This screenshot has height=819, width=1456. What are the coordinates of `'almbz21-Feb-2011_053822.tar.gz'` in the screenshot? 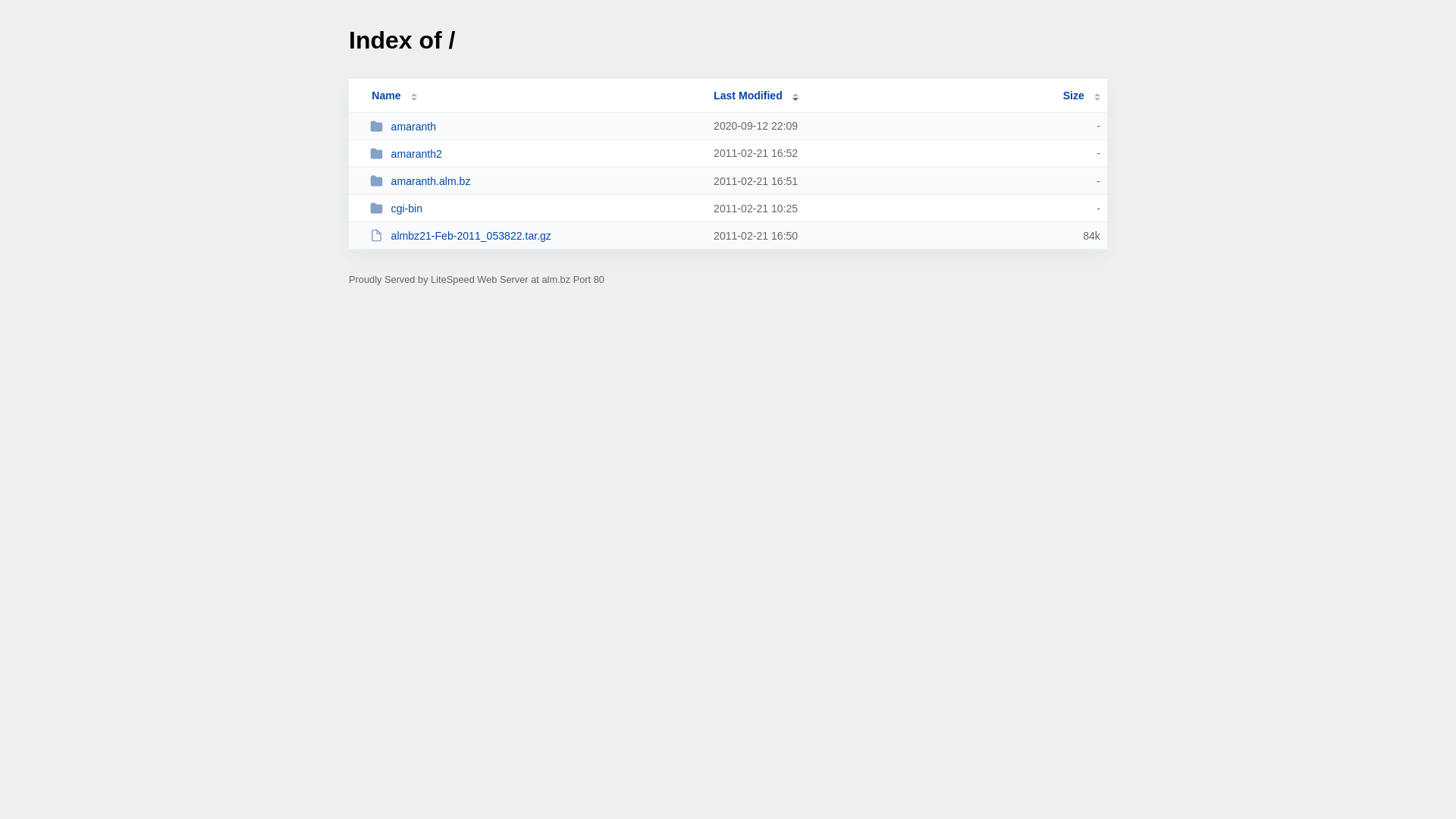 It's located at (535, 235).